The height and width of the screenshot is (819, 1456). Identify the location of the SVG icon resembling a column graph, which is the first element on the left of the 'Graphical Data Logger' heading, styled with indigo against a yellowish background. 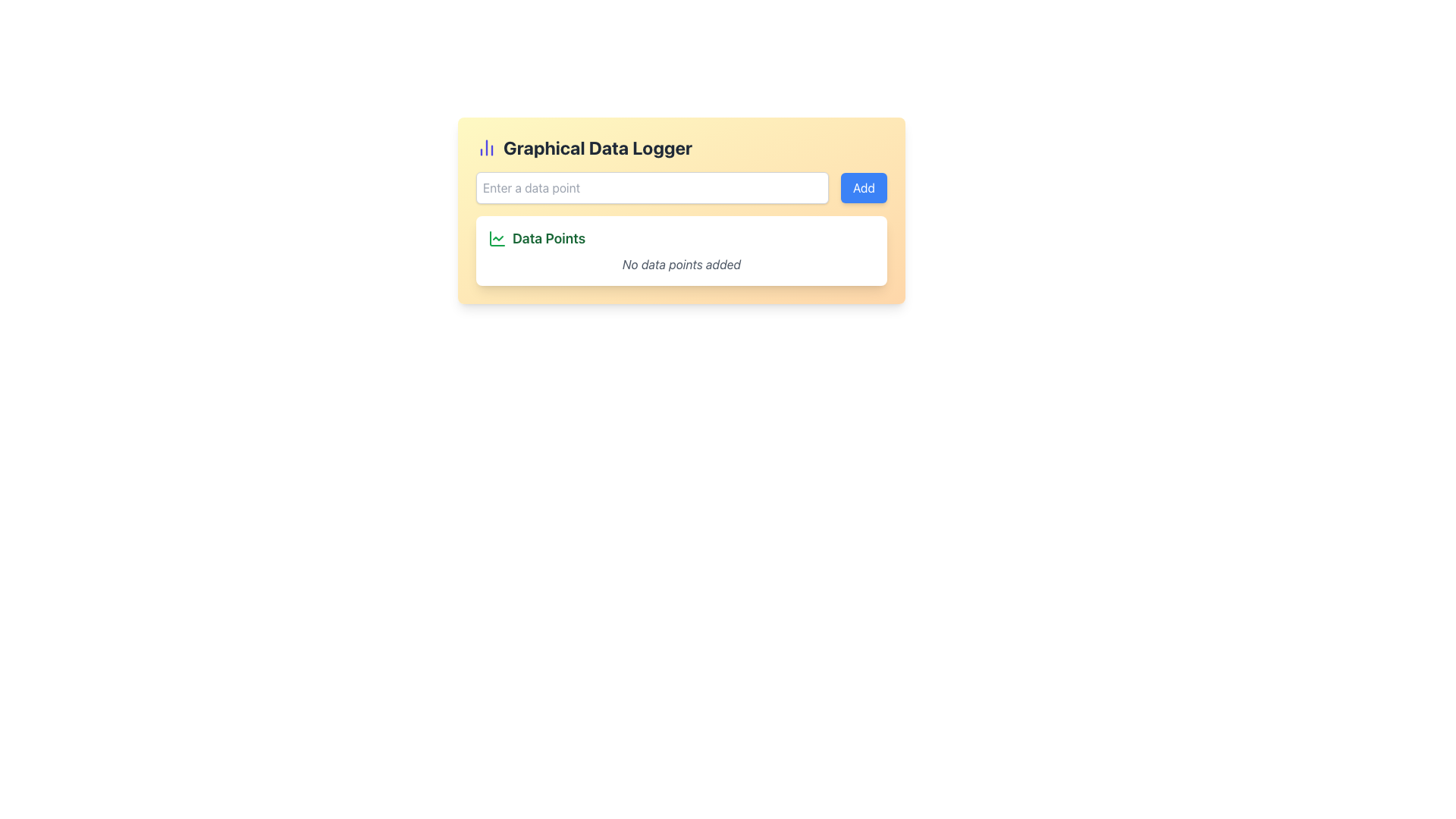
(487, 148).